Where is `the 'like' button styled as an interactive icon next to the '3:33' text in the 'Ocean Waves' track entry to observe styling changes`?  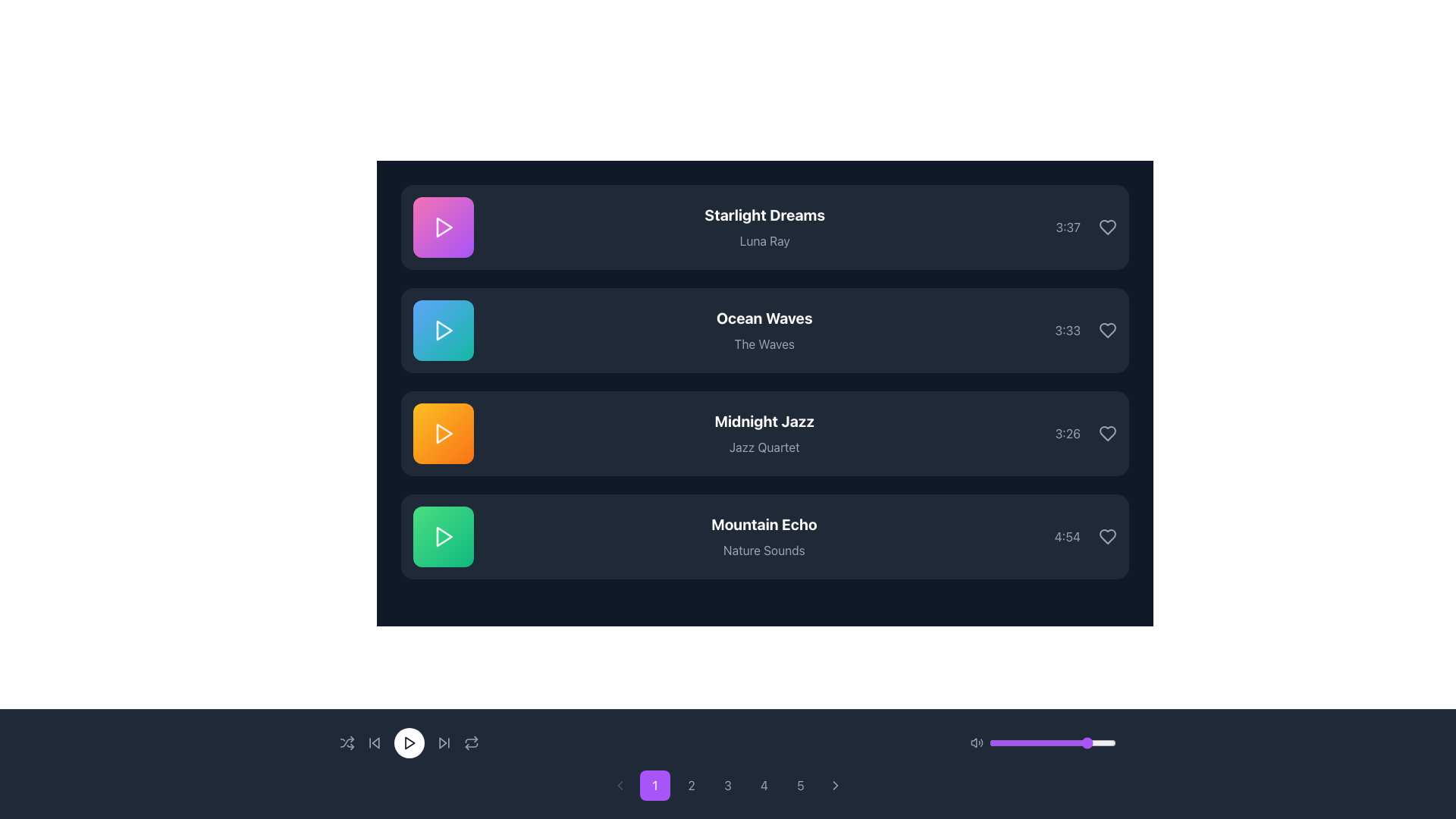 the 'like' button styled as an interactive icon next to the '3:33' text in the 'Ocean Waves' track entry to observe styling changes is located at coordinates (1107, 329).